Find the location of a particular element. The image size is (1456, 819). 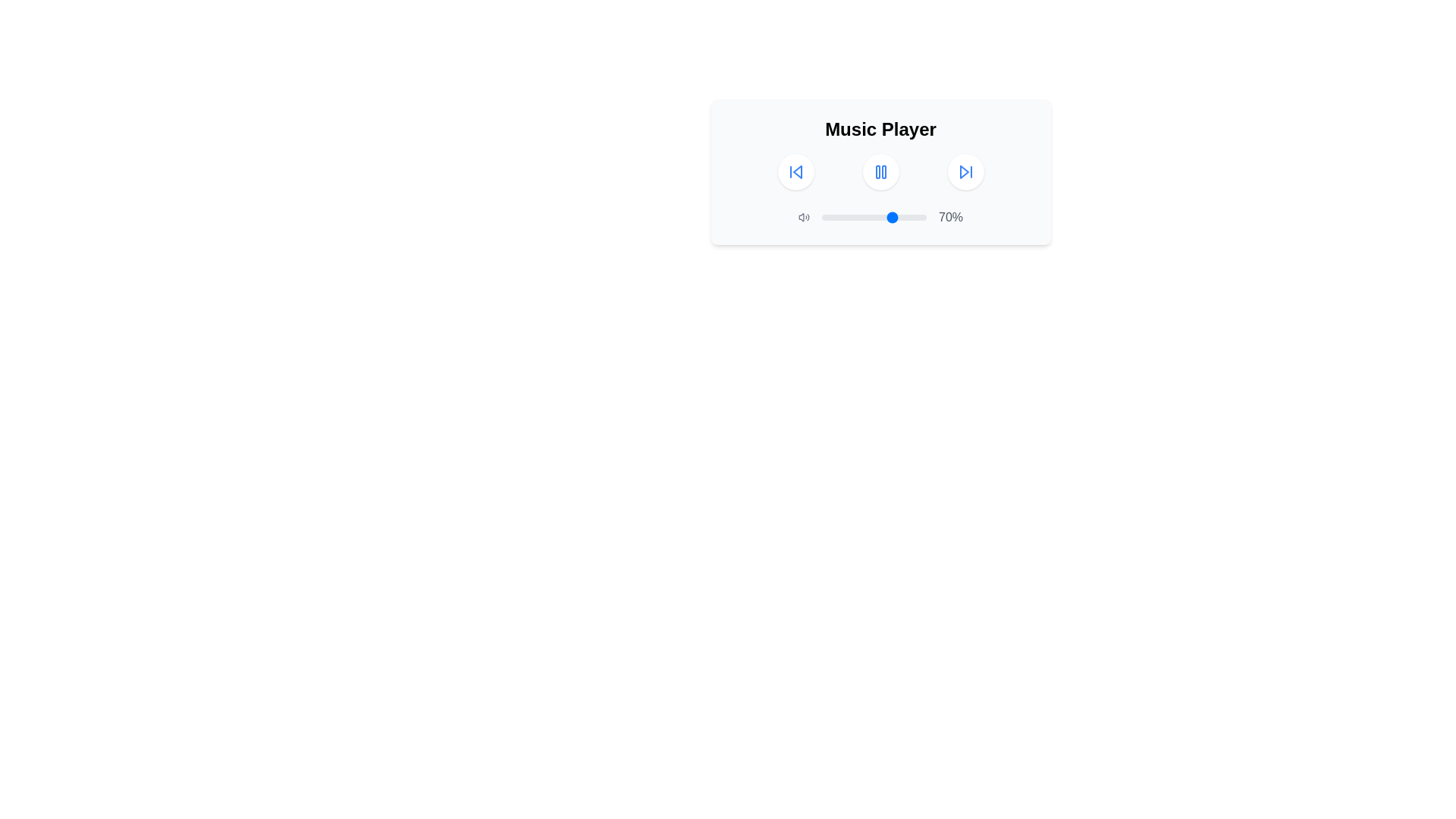

the circular button with a blue pause icon located in the music player interface is located at coordinates (880, 171).